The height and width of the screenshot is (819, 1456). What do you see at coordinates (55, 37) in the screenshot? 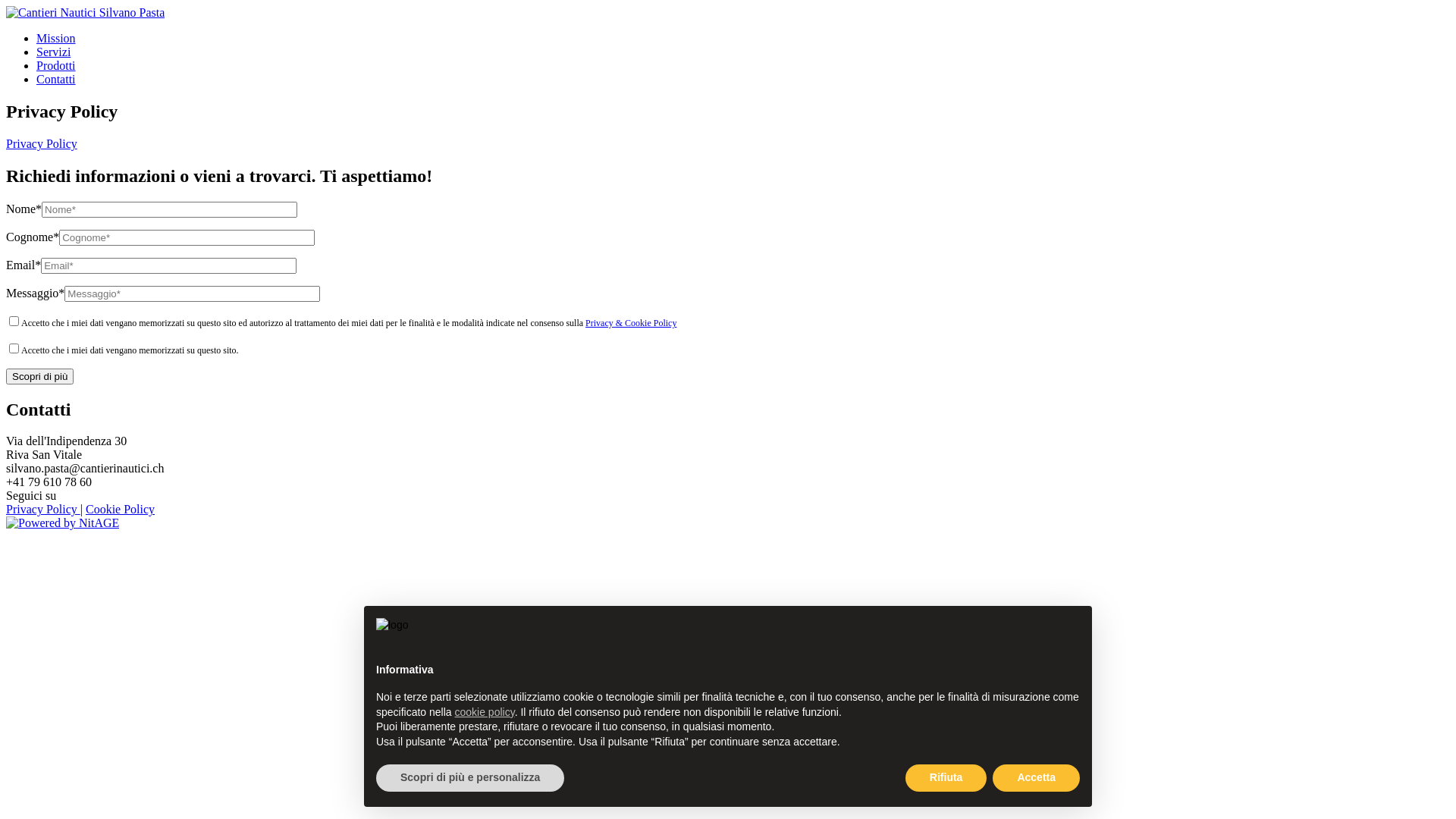
I see `'Mission'` at bounding box center [55, 37].